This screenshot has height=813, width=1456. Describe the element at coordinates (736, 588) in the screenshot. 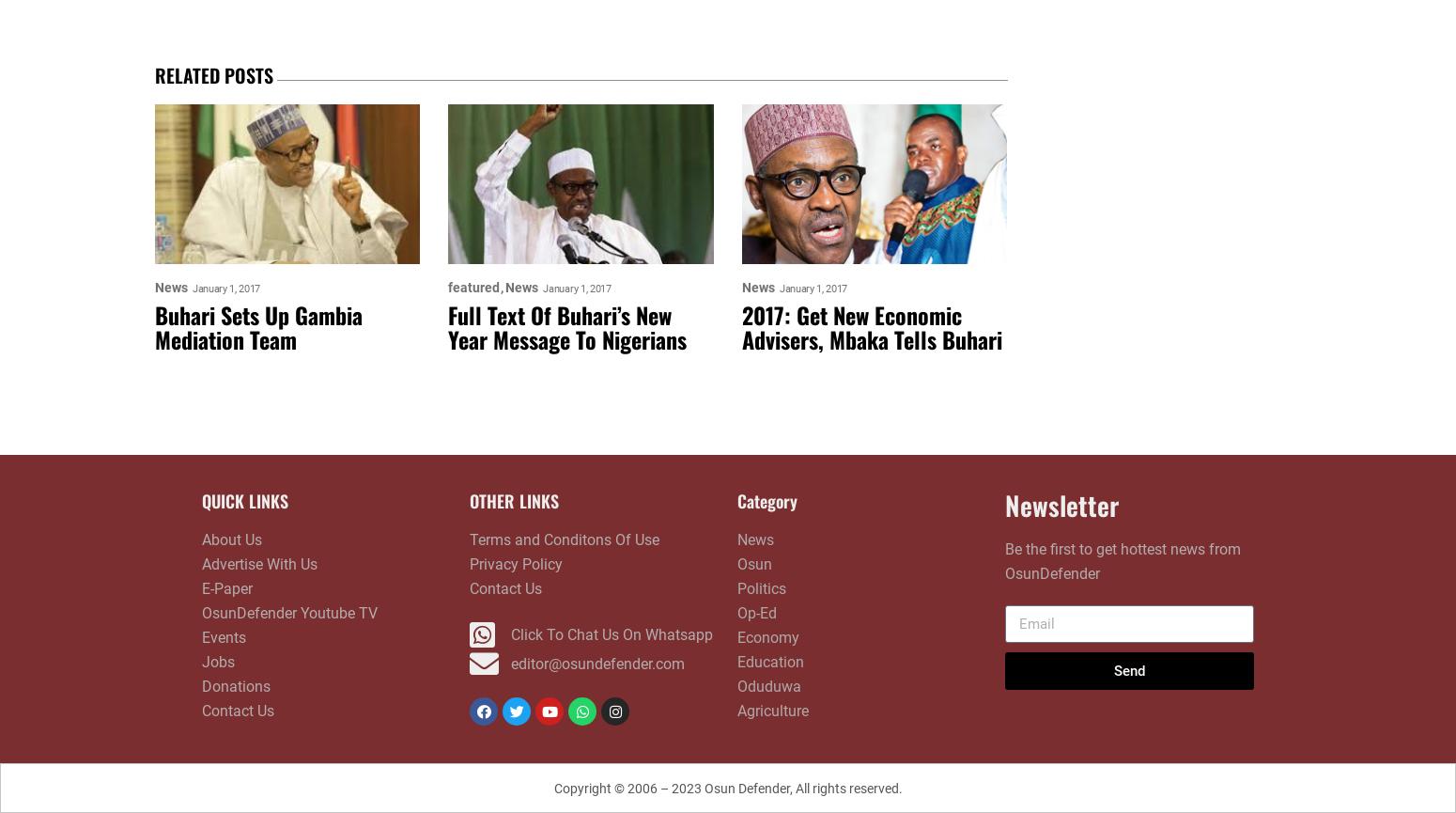

I see `'Politics'` at that location.